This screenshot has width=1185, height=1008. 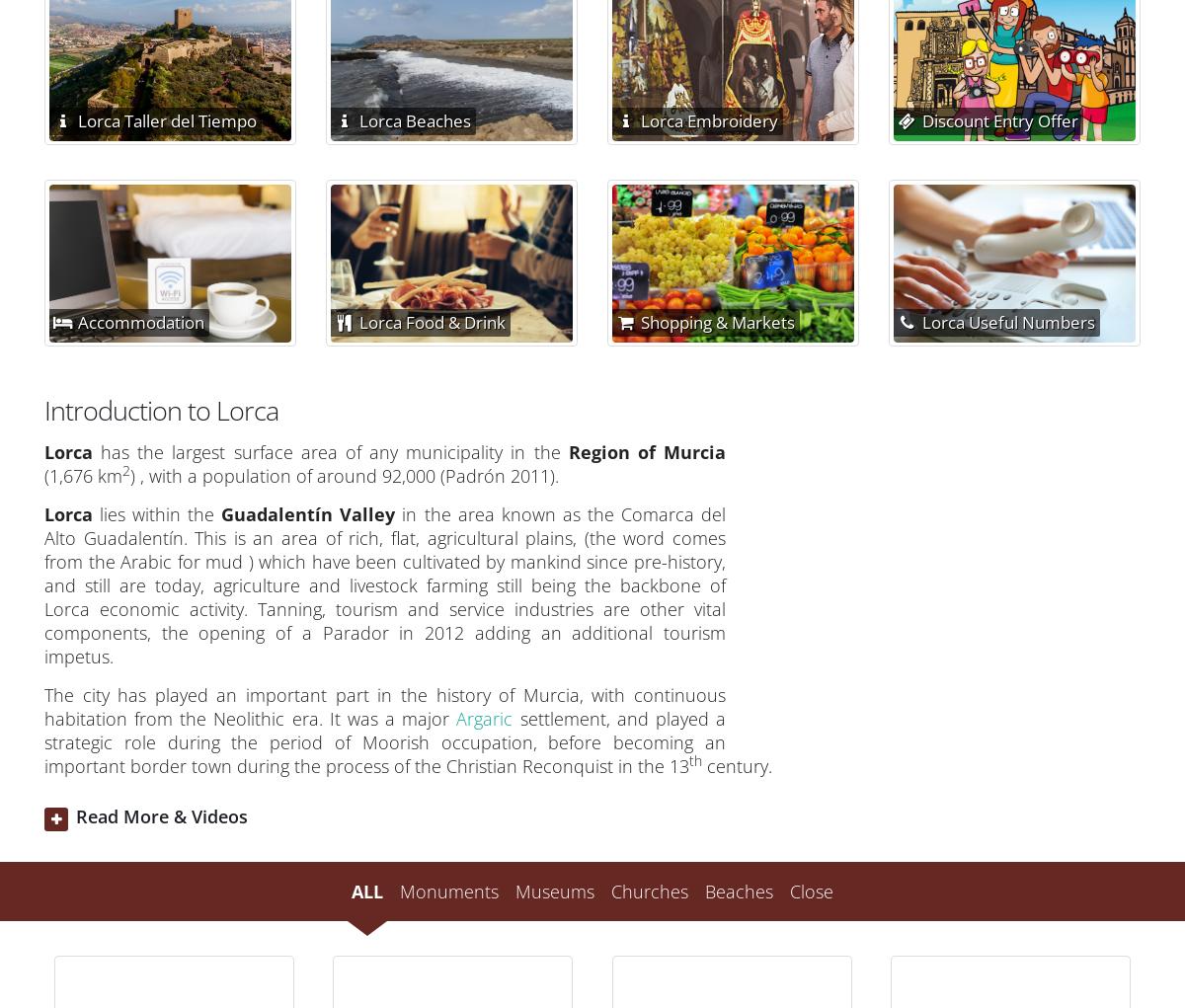 I want to click on 'Close', so click(x=811, y=889).